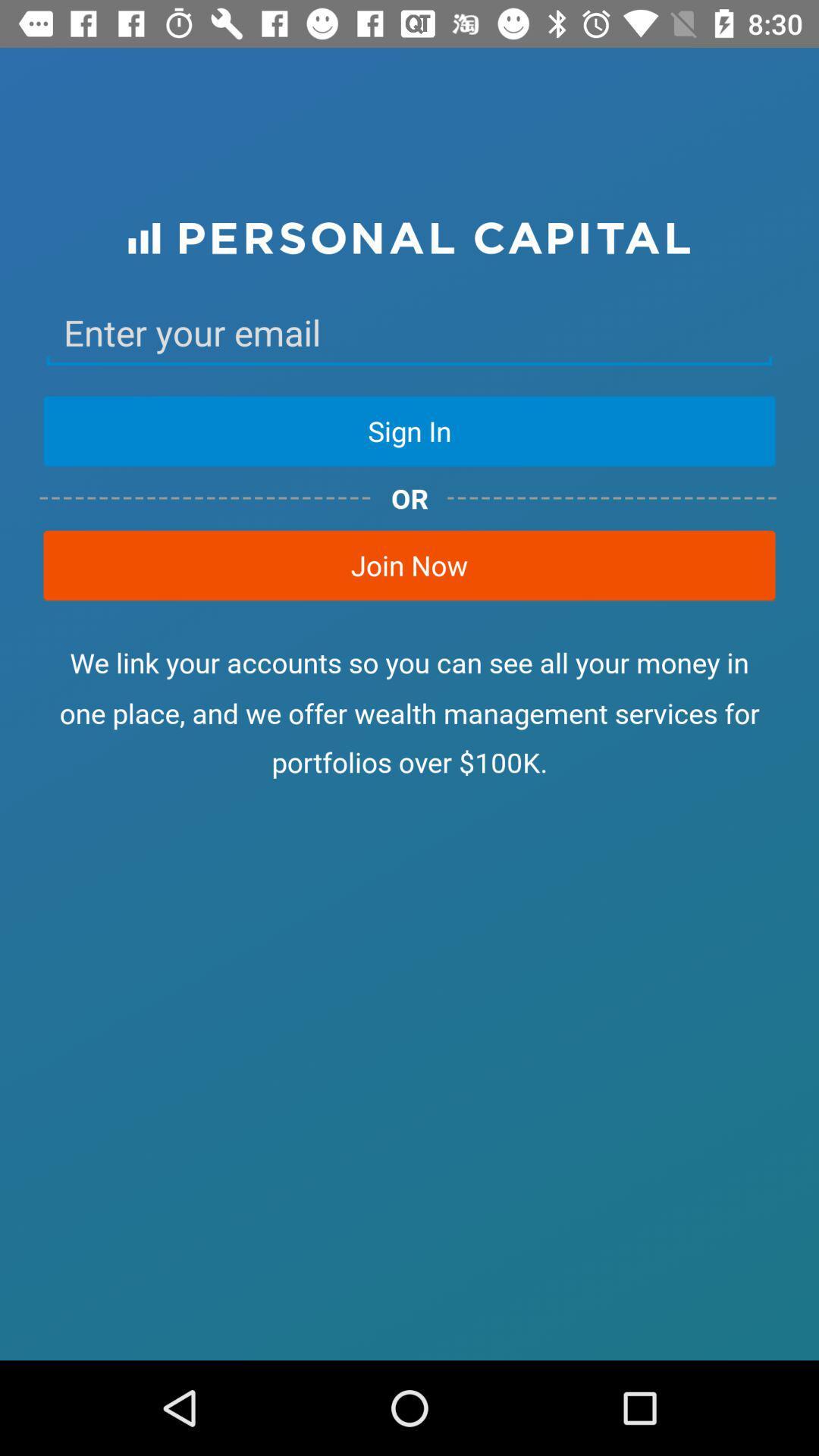  Describe the element at coordinates (409, 564) in the screenshot. I see `item above the we link your` at that location.